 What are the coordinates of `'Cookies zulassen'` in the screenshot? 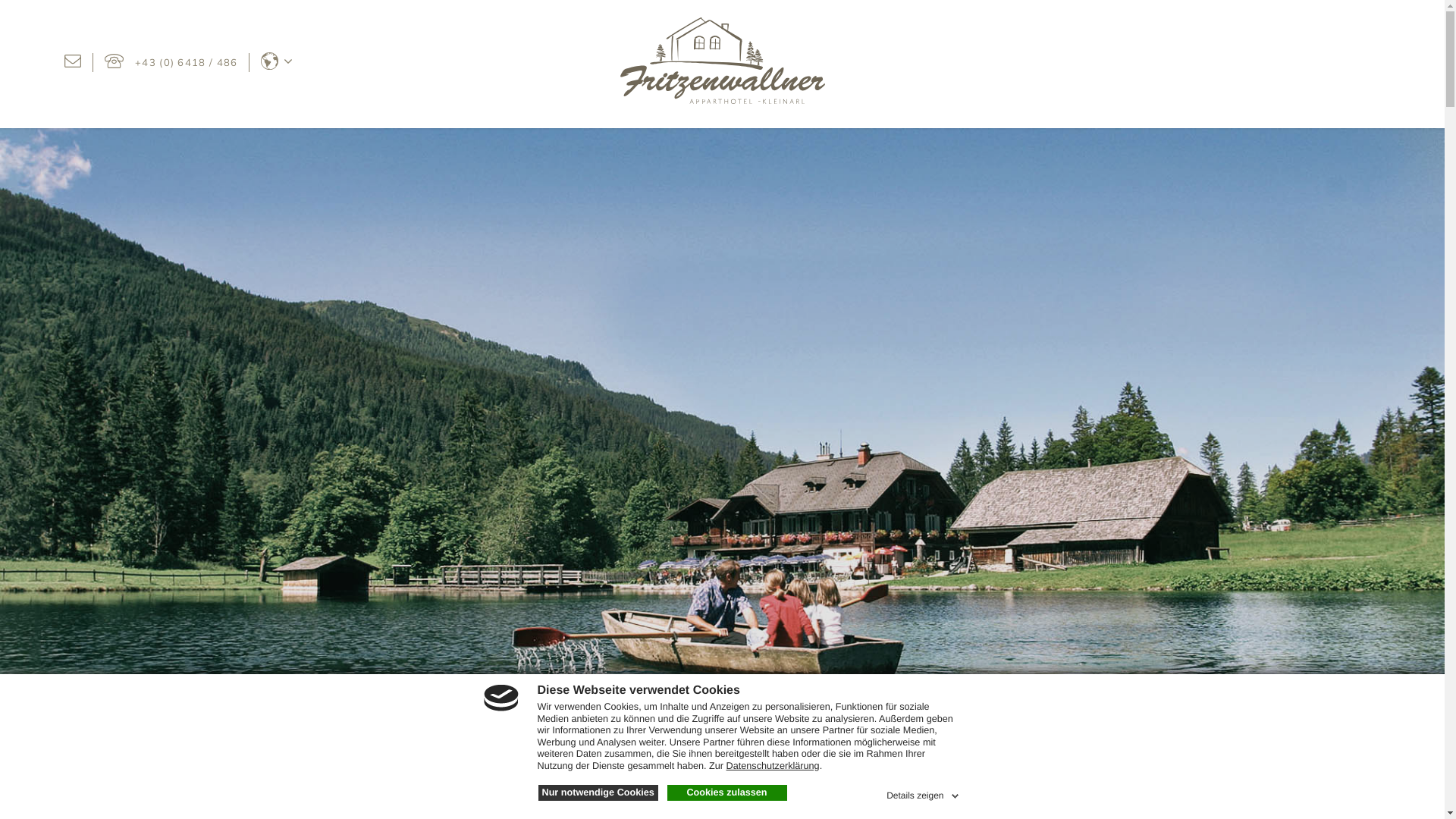 It's located at (667, 792).